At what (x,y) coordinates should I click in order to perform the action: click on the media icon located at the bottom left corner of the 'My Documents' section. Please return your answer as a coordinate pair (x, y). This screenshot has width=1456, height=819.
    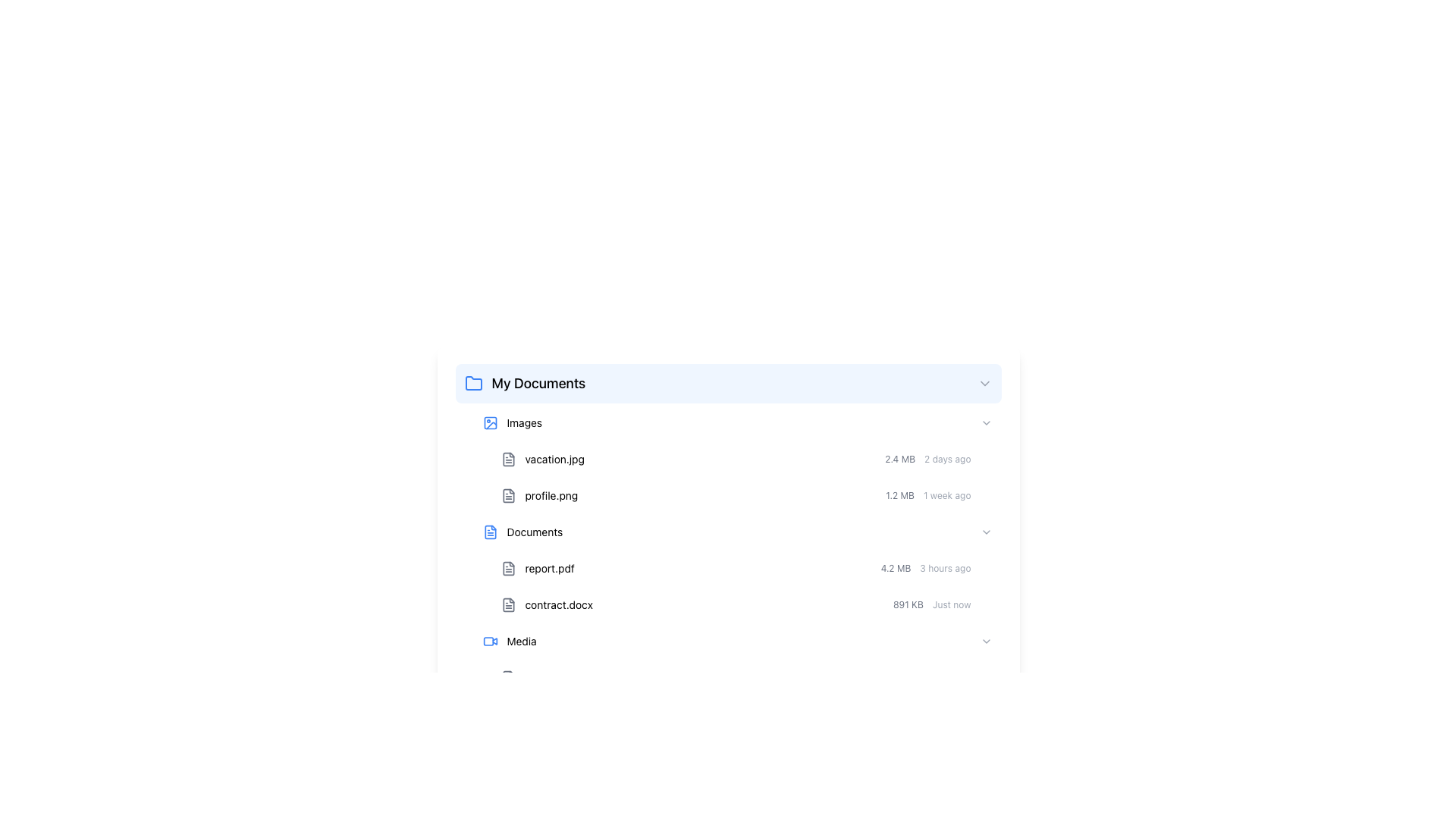
    Looking at the image, I should click on (490, 641).